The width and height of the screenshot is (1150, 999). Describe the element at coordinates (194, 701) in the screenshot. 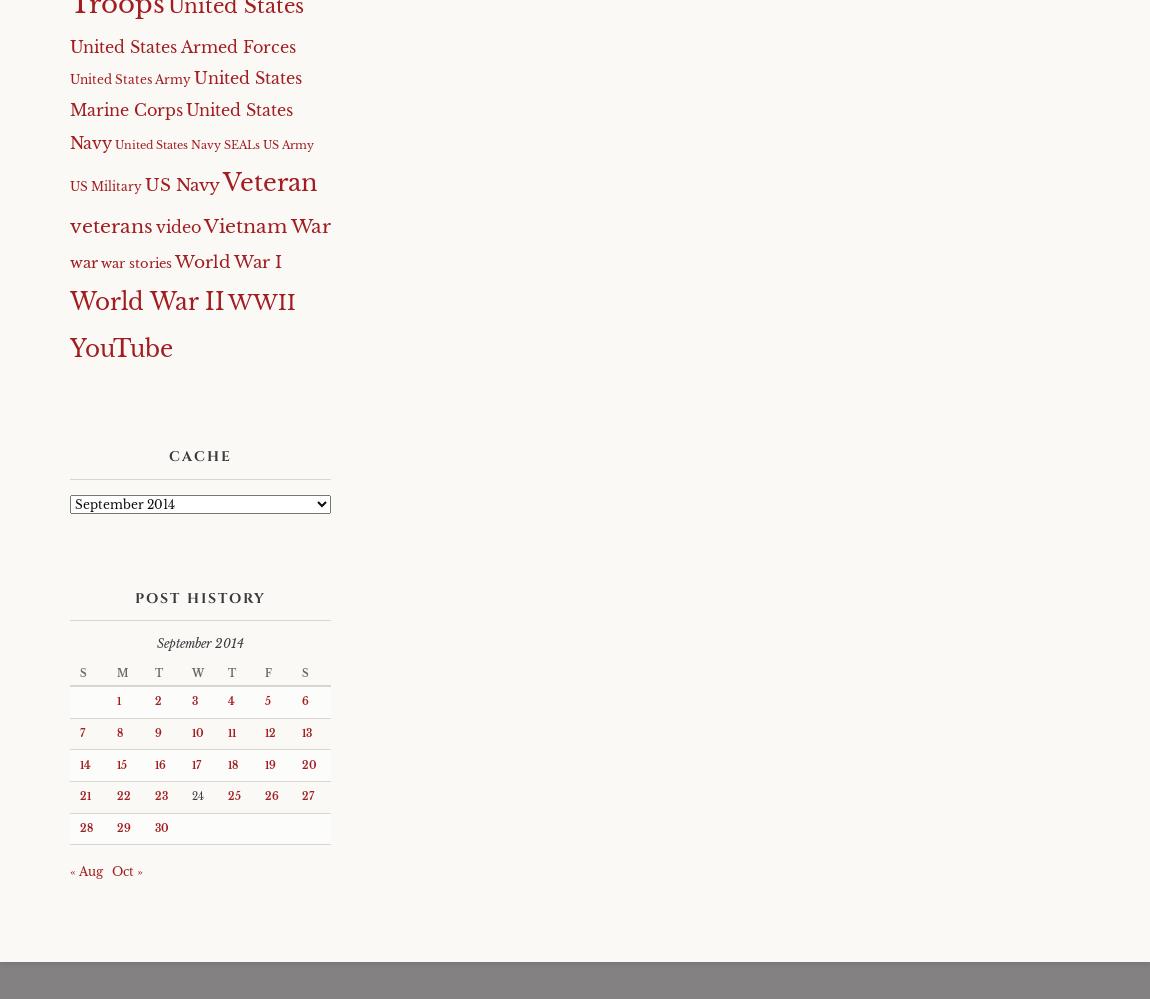

I see `'3'` at that location.